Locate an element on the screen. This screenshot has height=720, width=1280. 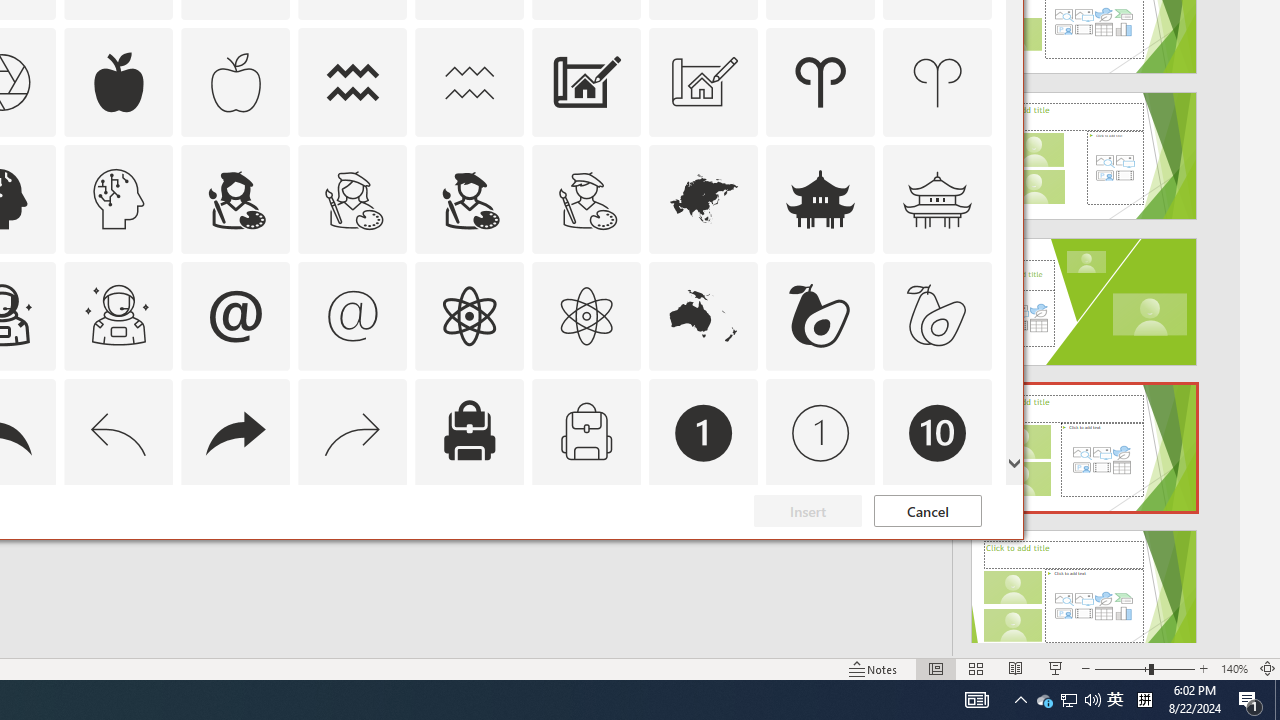
'AutomationID: Icons_Aries_M' is located at coordinates (937, 81).